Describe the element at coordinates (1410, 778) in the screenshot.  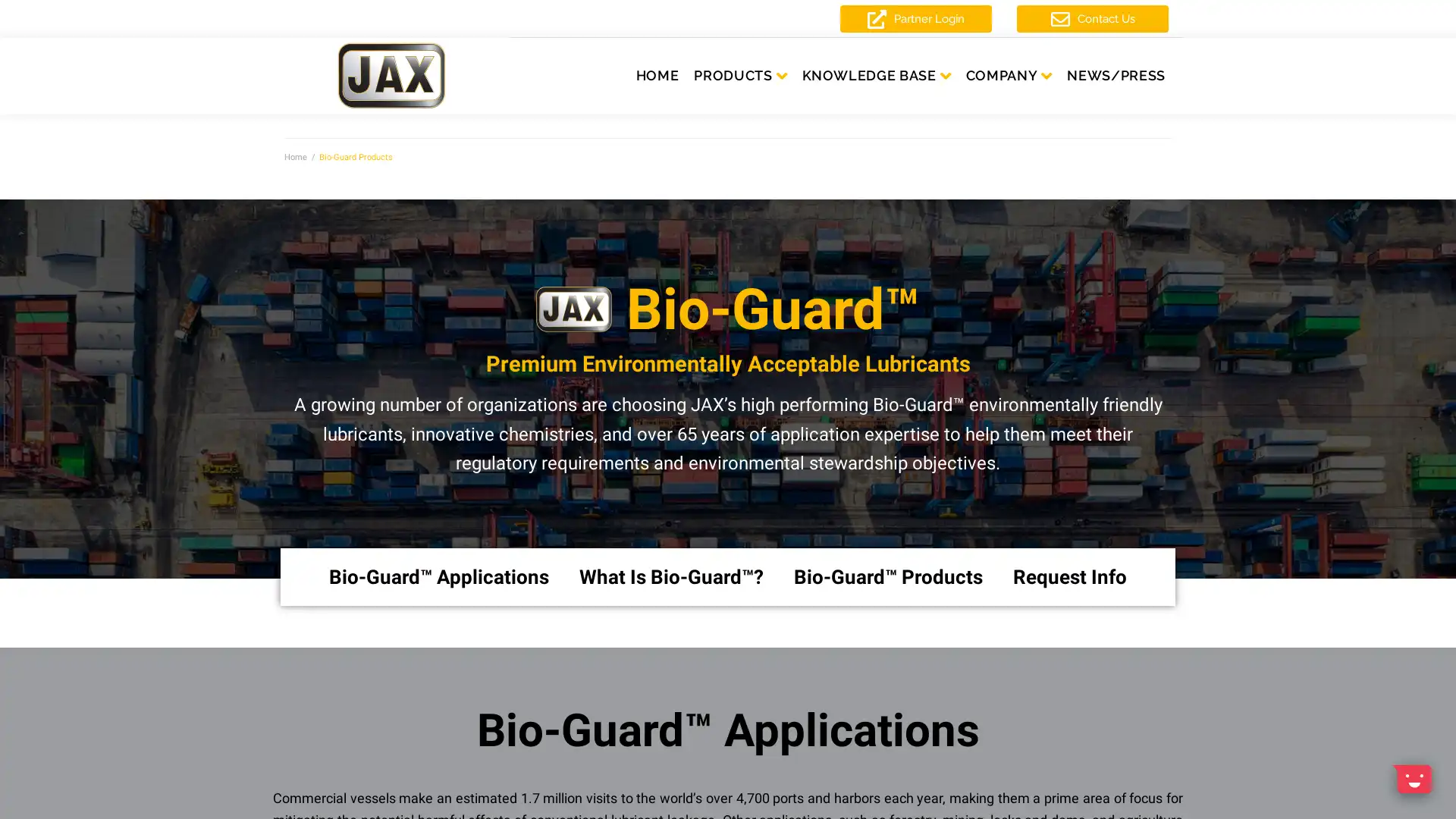
I see `Open` at that location.